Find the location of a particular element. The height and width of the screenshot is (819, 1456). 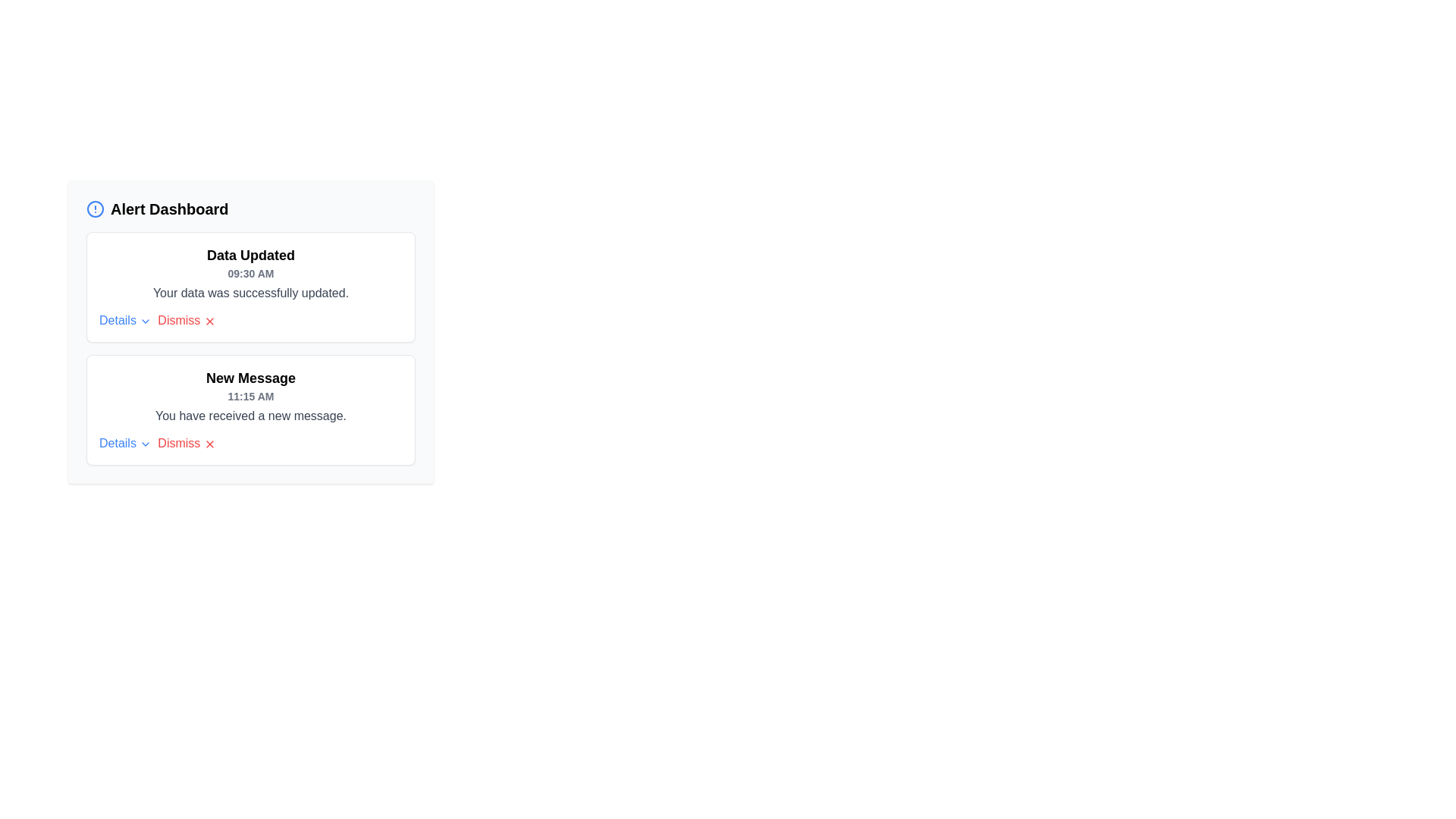

the Chevron icon located at the right side of the 'Details' button, which indicates collapsibility or expandability for additional information is located at coordinates (146, 320).